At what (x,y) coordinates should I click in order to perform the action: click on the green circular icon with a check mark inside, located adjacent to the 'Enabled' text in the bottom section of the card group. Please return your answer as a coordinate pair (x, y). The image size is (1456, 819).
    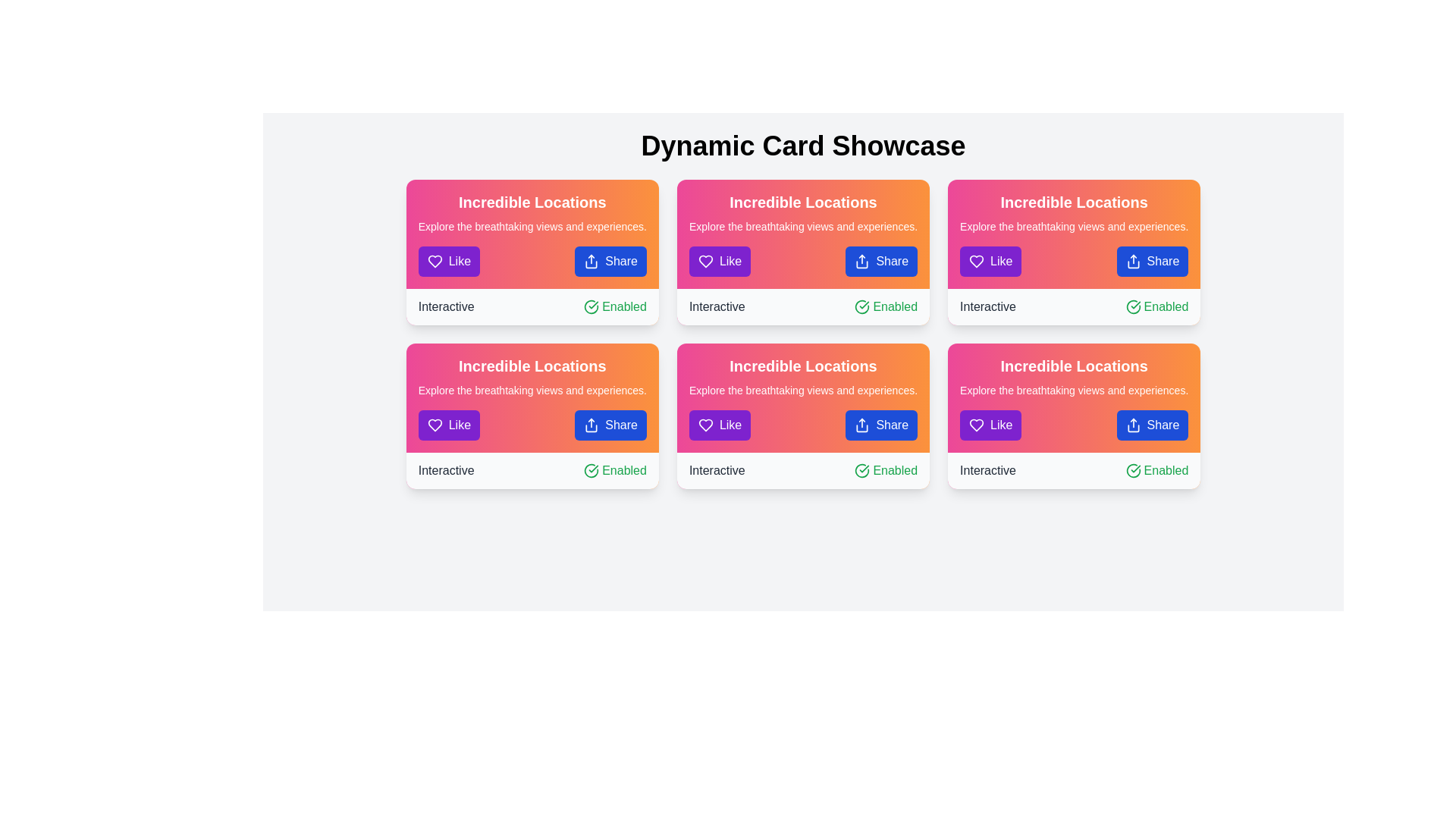
    Looking at the image, I should click on (591, 307).